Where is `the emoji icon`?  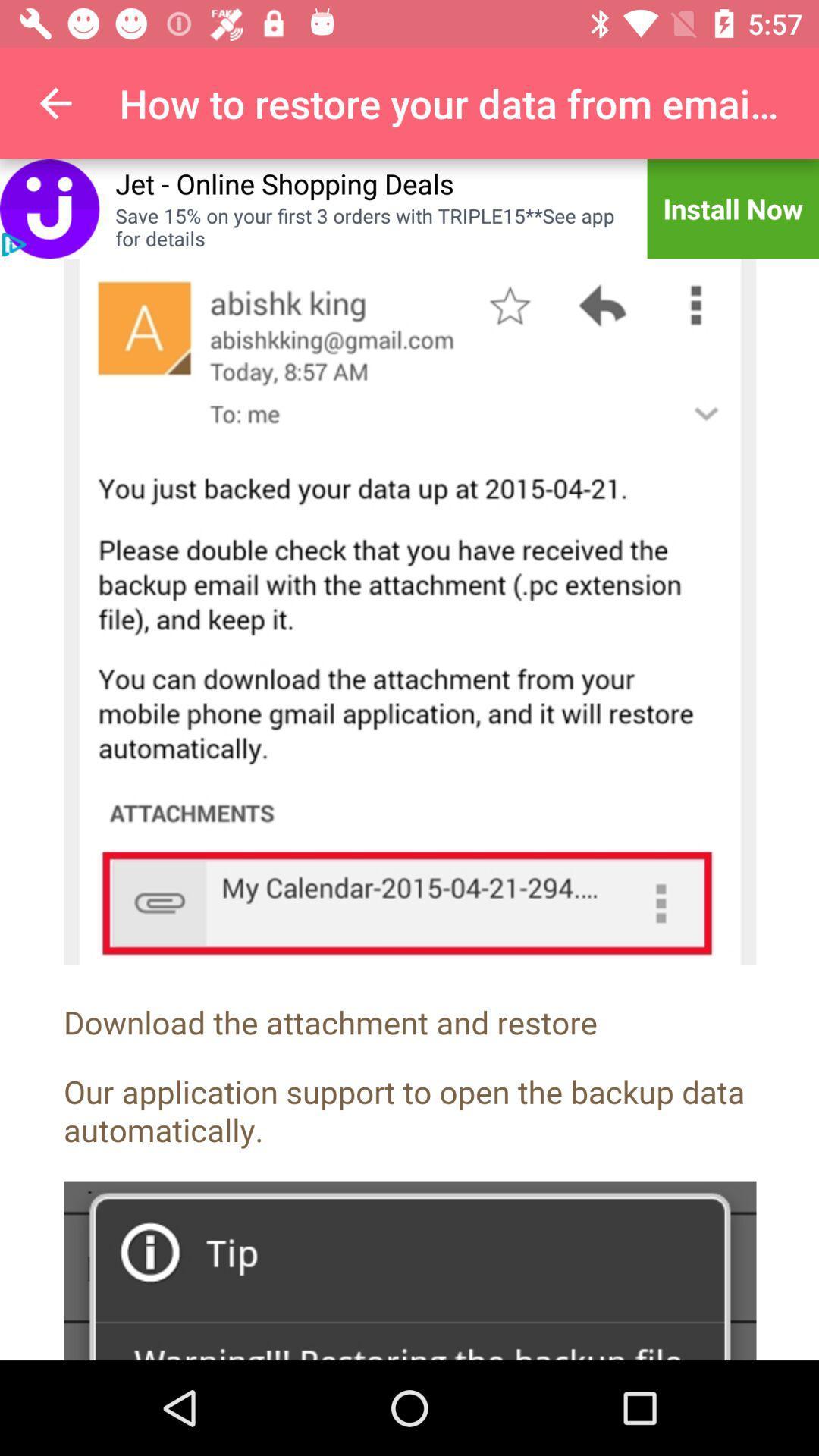
the emoji icon is located at coordinates (49, 208).